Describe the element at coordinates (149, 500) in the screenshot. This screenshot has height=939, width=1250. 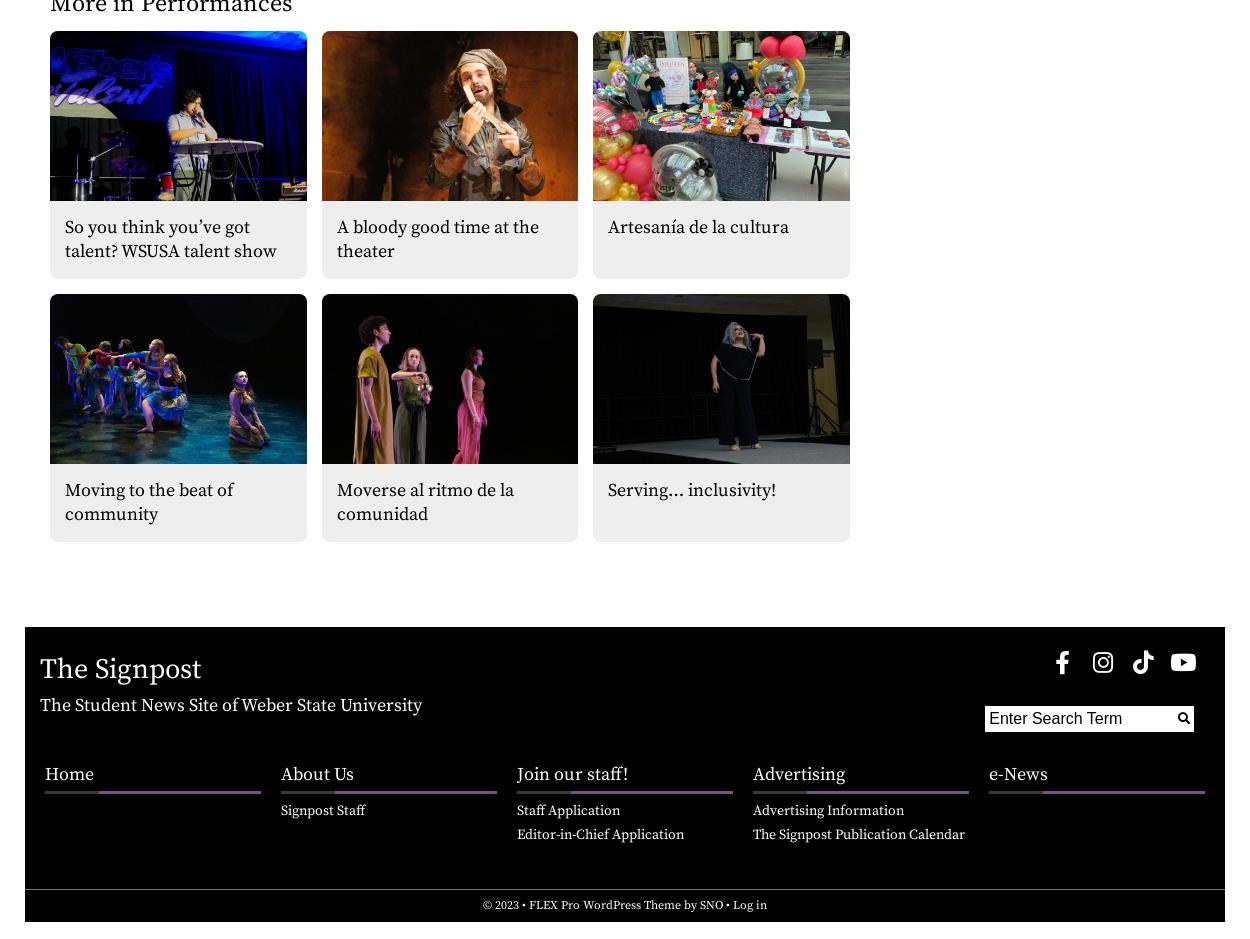
I see `'Moving to the beat of community'` at that location.